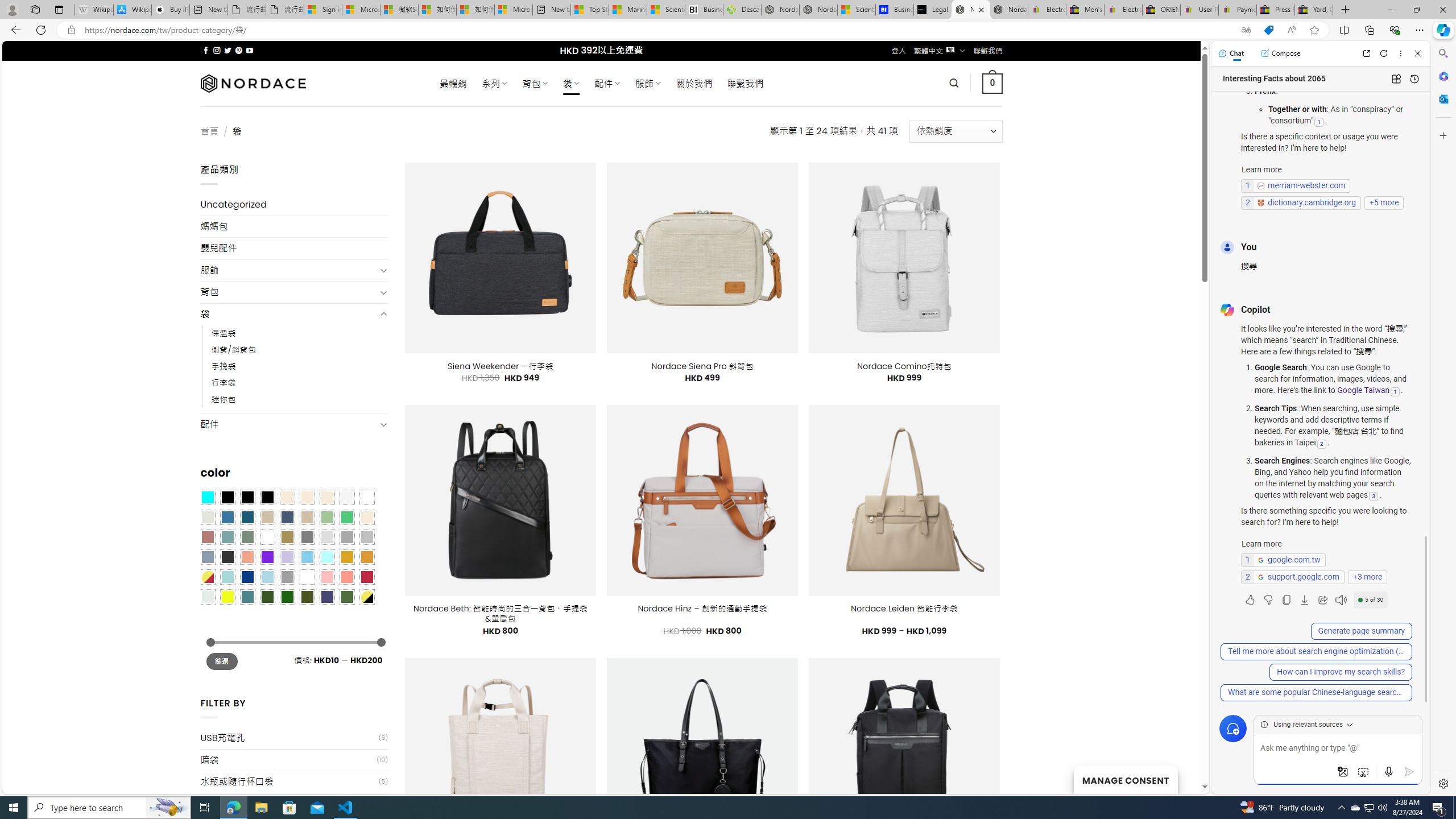 This screenshot has width=1456, height=819. What do you see at coordinates (250, 50) in the screenshot?
I see `'Follow on YouTube'` at bounding box center [250, 50].